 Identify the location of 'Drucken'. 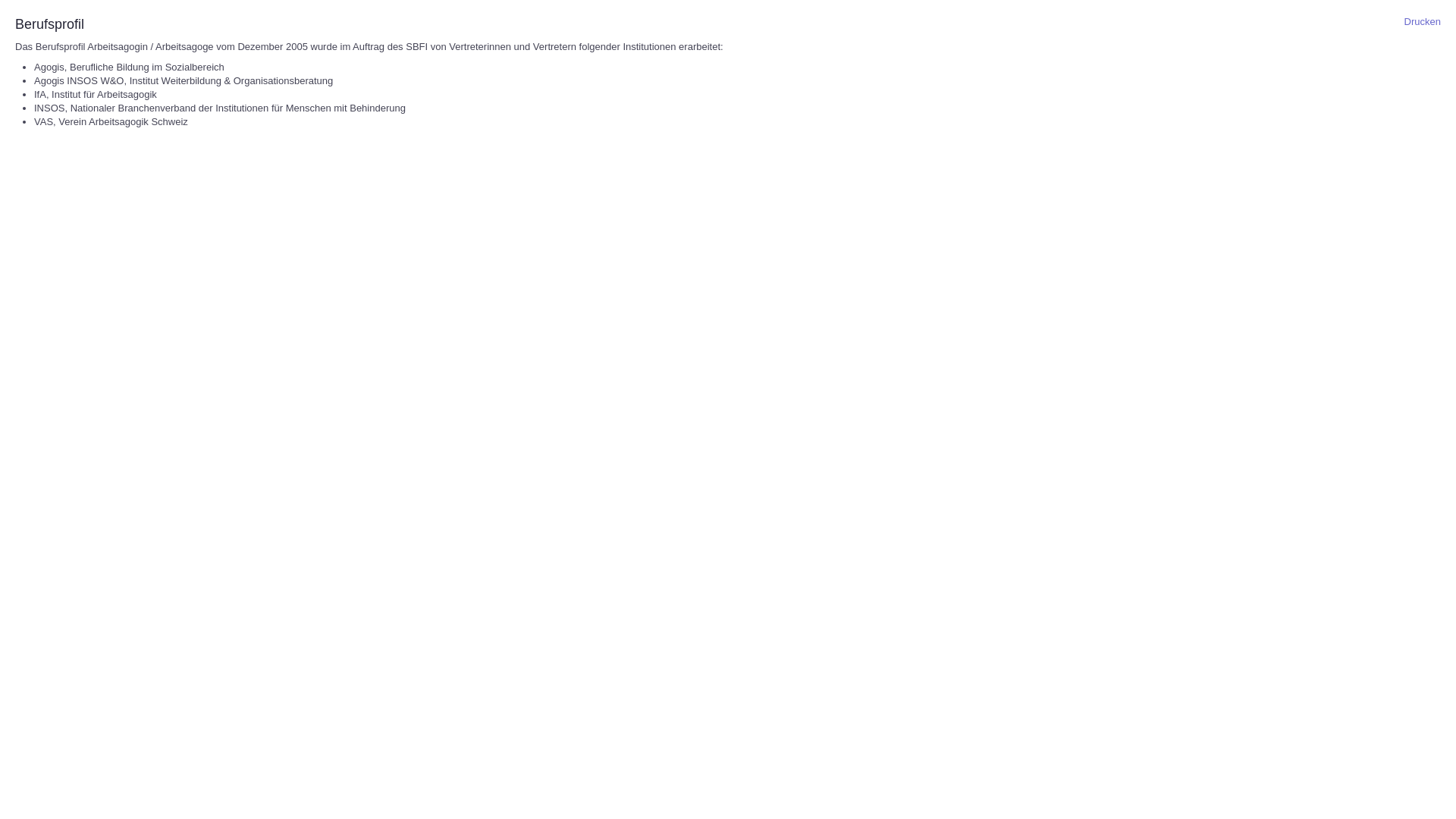
(1422, 21).